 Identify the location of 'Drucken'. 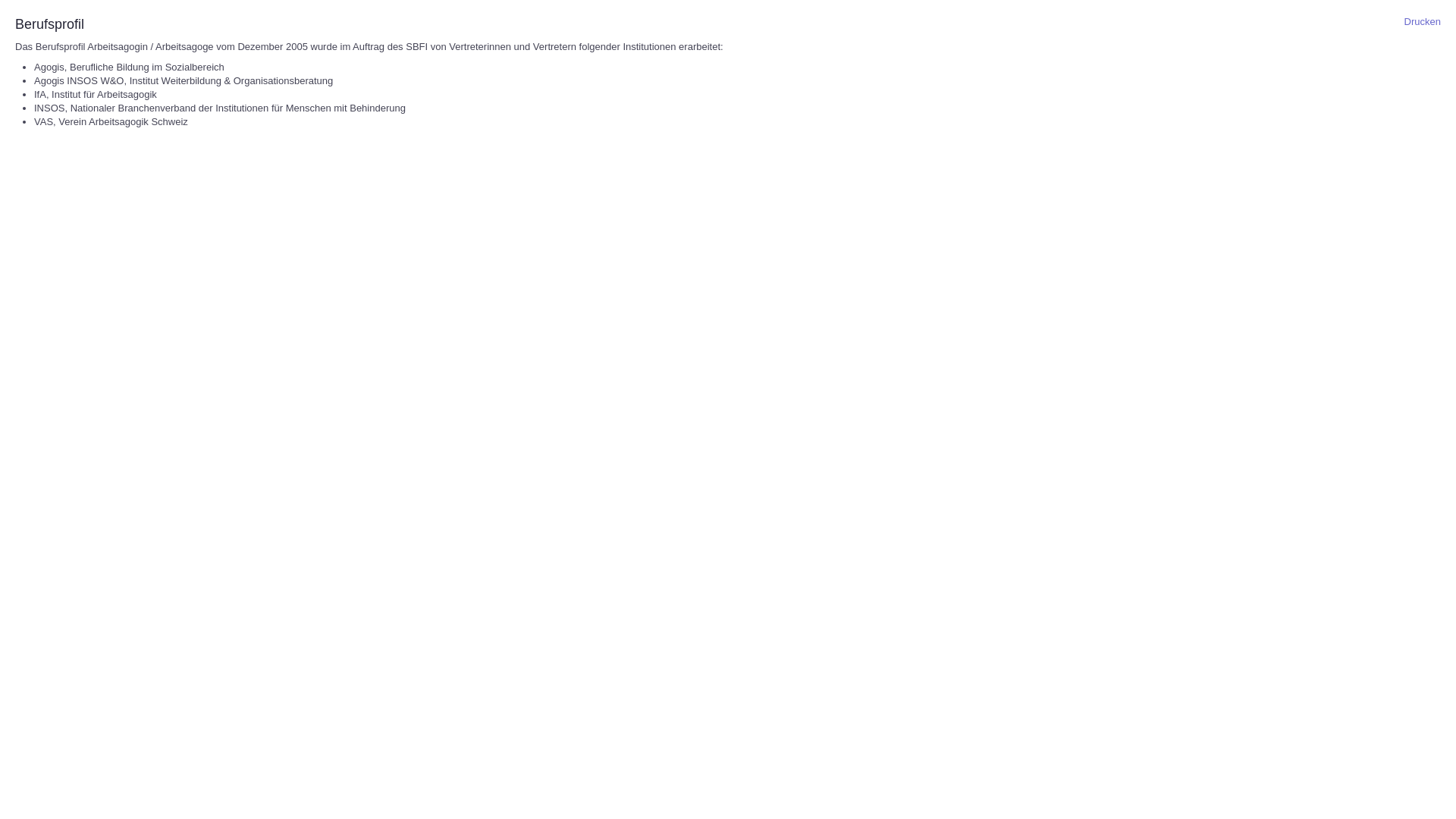
(1422, 21).